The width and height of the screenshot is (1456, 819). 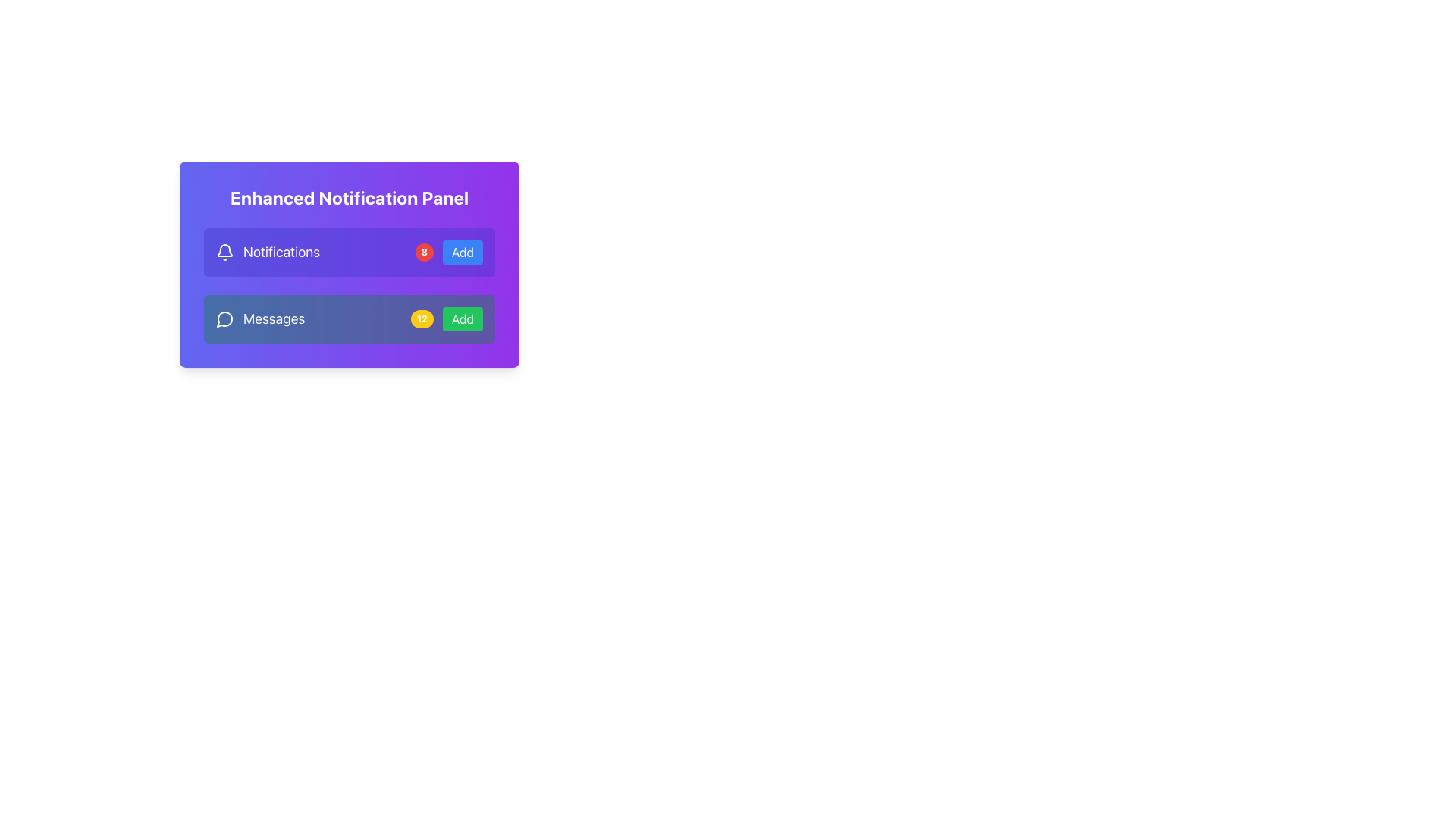 What do you see at coordinates (268, 251) in the screenshot?
I see `the 'Notifications' text label, which is white, italicized, and located on a purple background in the notification panel` at bounding box center [268, 251].